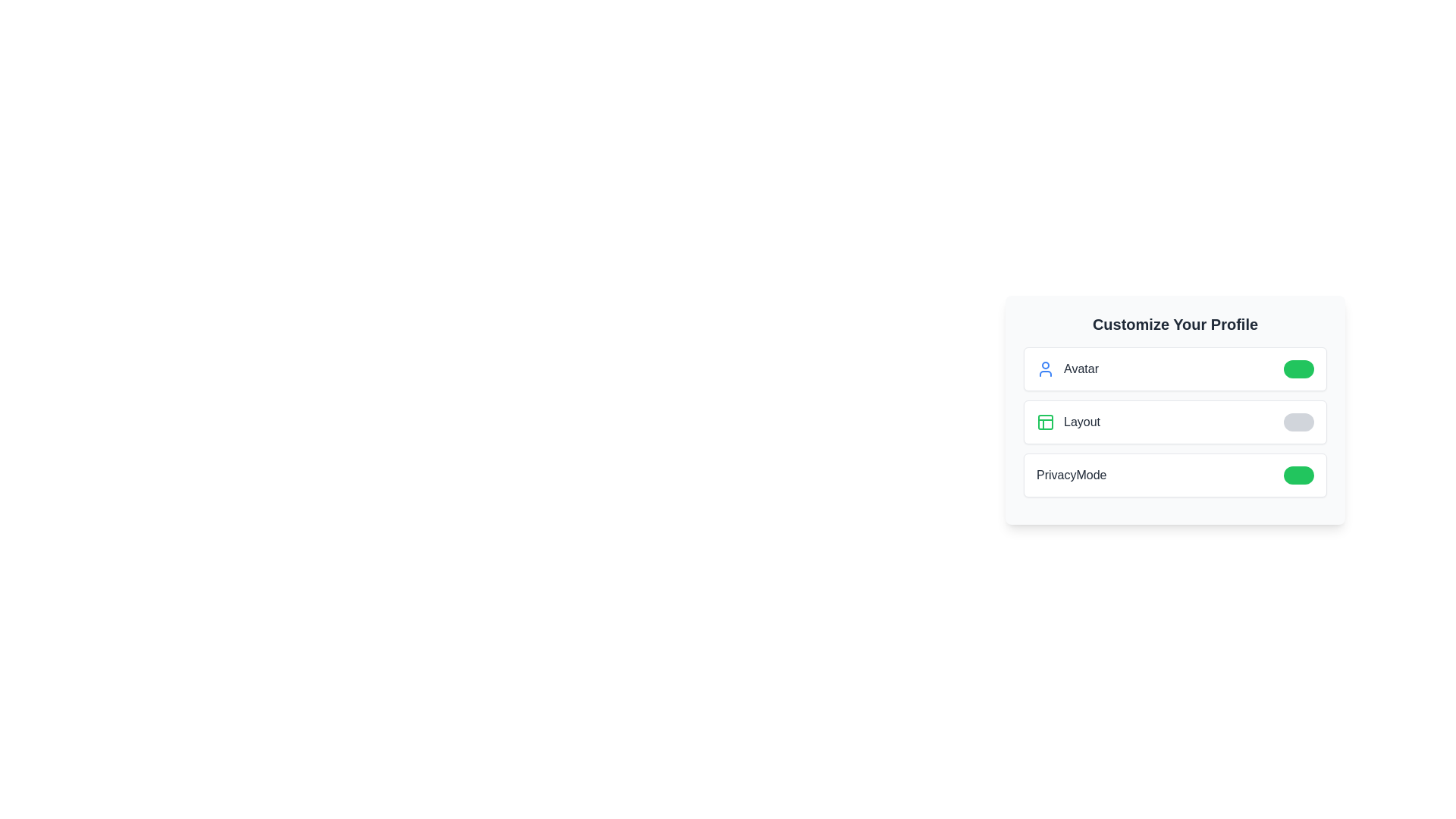 The image size is (1456, 819). I want to click on the toggle button for the Layout feature to change its state, so click(1298, 422).